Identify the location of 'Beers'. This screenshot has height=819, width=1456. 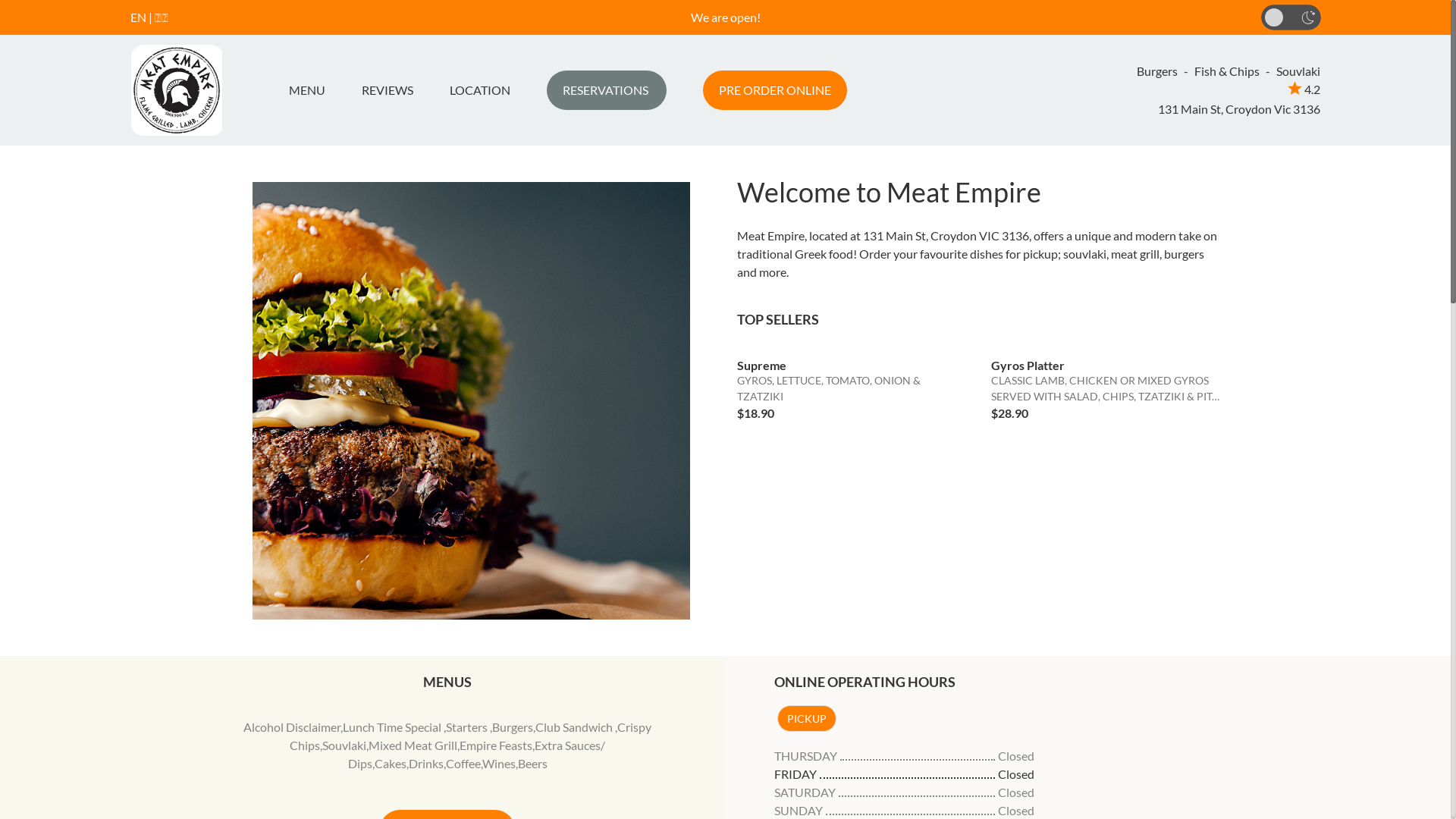
(532, 763).